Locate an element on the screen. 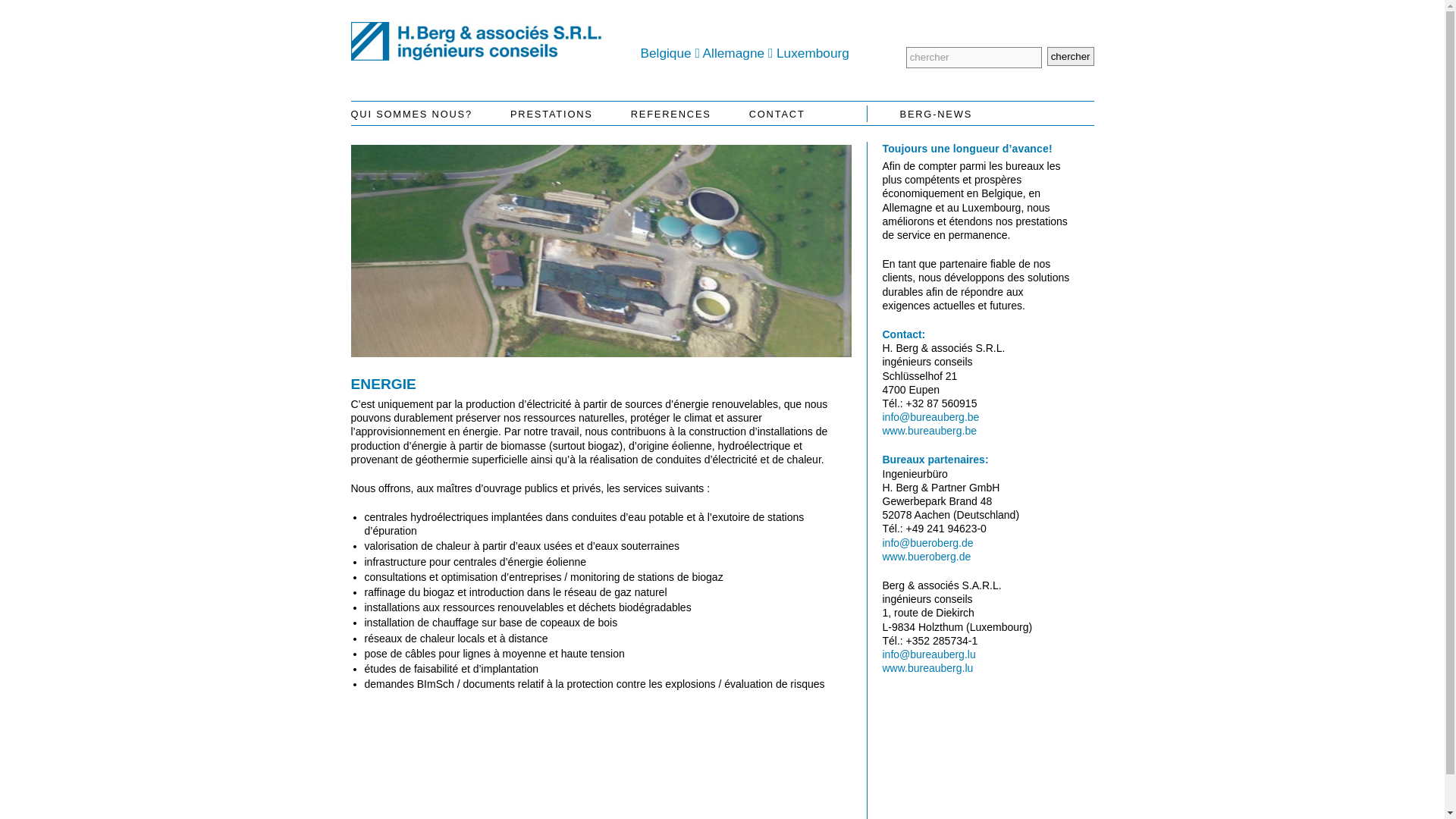 The width and height of the screenshot is (1456, 819). 'PRESTATIONS' is located at coordinates (551, 114).